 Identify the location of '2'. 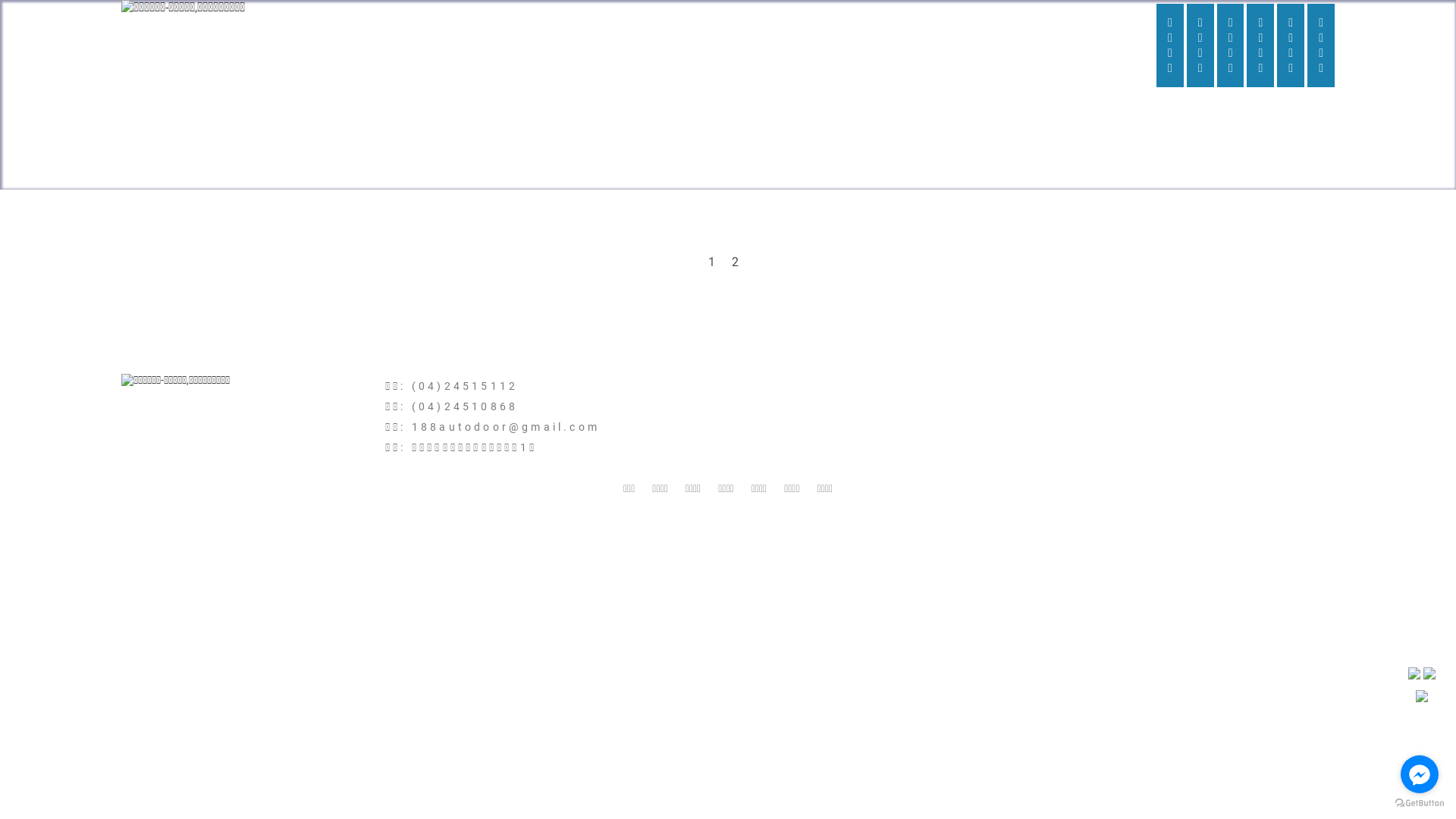
(724, 261).